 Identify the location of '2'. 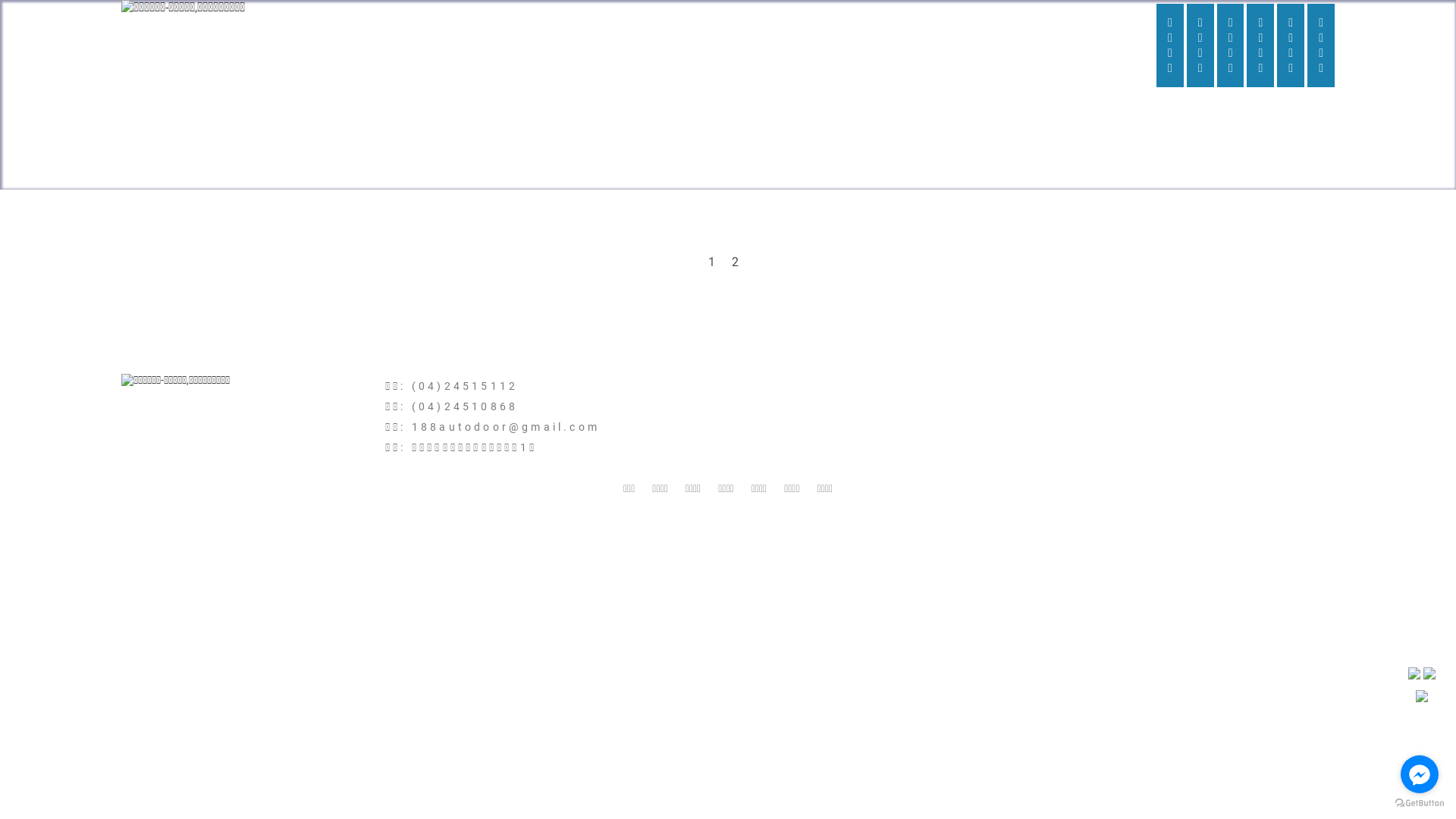
(724, 261).